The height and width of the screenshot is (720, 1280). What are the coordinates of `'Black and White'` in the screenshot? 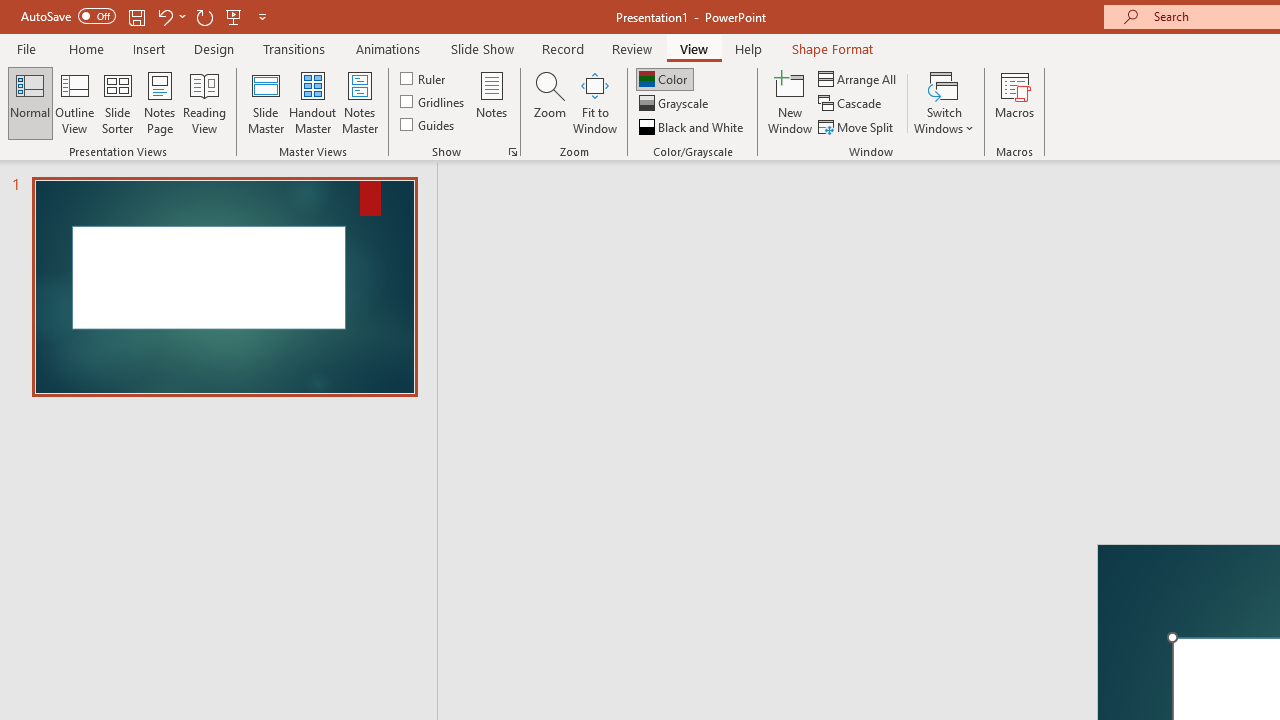 It's located at (693, 127).